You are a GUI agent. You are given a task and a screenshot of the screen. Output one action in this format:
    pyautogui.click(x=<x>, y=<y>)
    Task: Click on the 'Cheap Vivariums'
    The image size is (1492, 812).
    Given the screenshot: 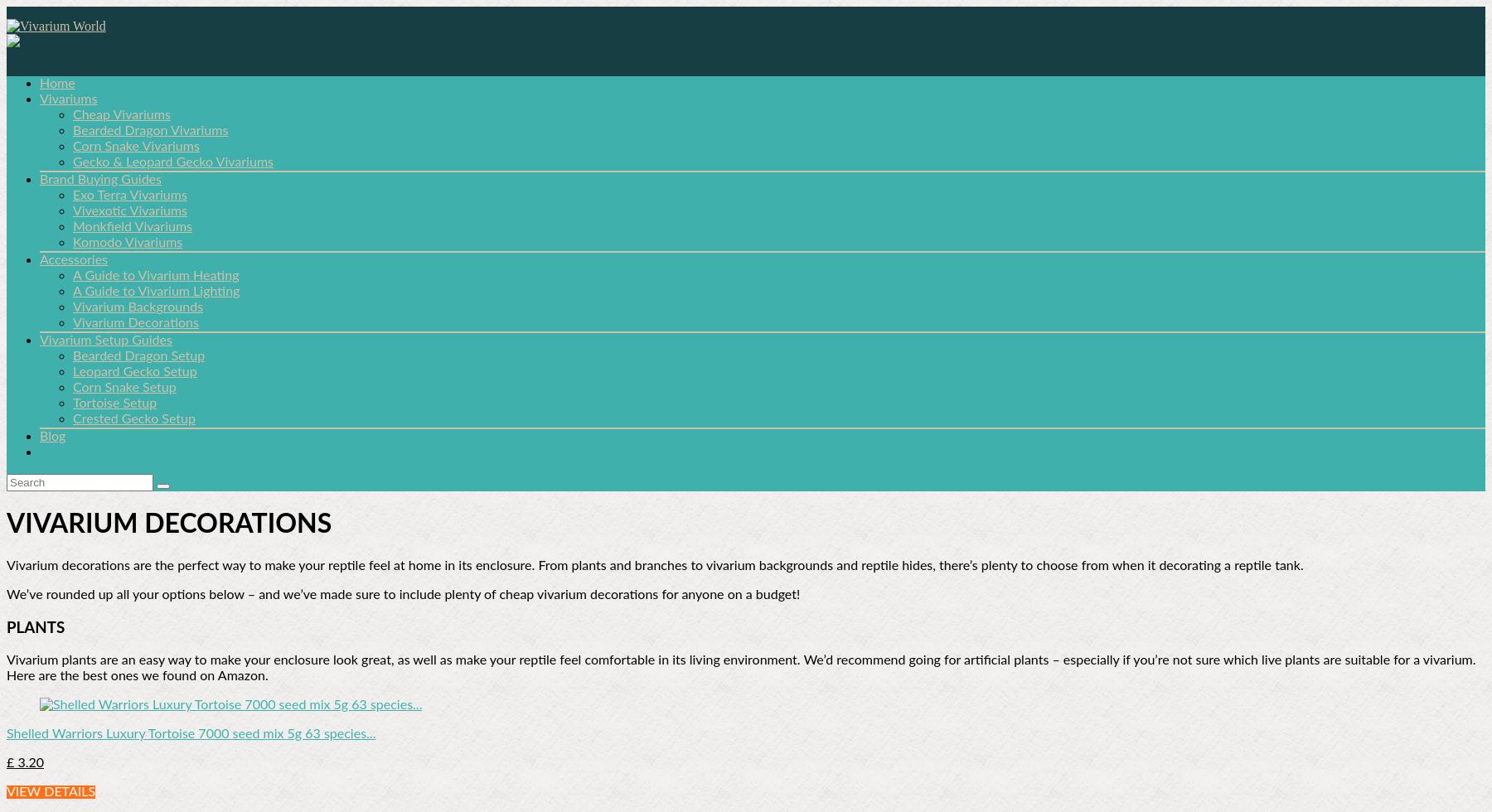 What is the action you would take?
    pyautogui.click(x=121, y=114)
    